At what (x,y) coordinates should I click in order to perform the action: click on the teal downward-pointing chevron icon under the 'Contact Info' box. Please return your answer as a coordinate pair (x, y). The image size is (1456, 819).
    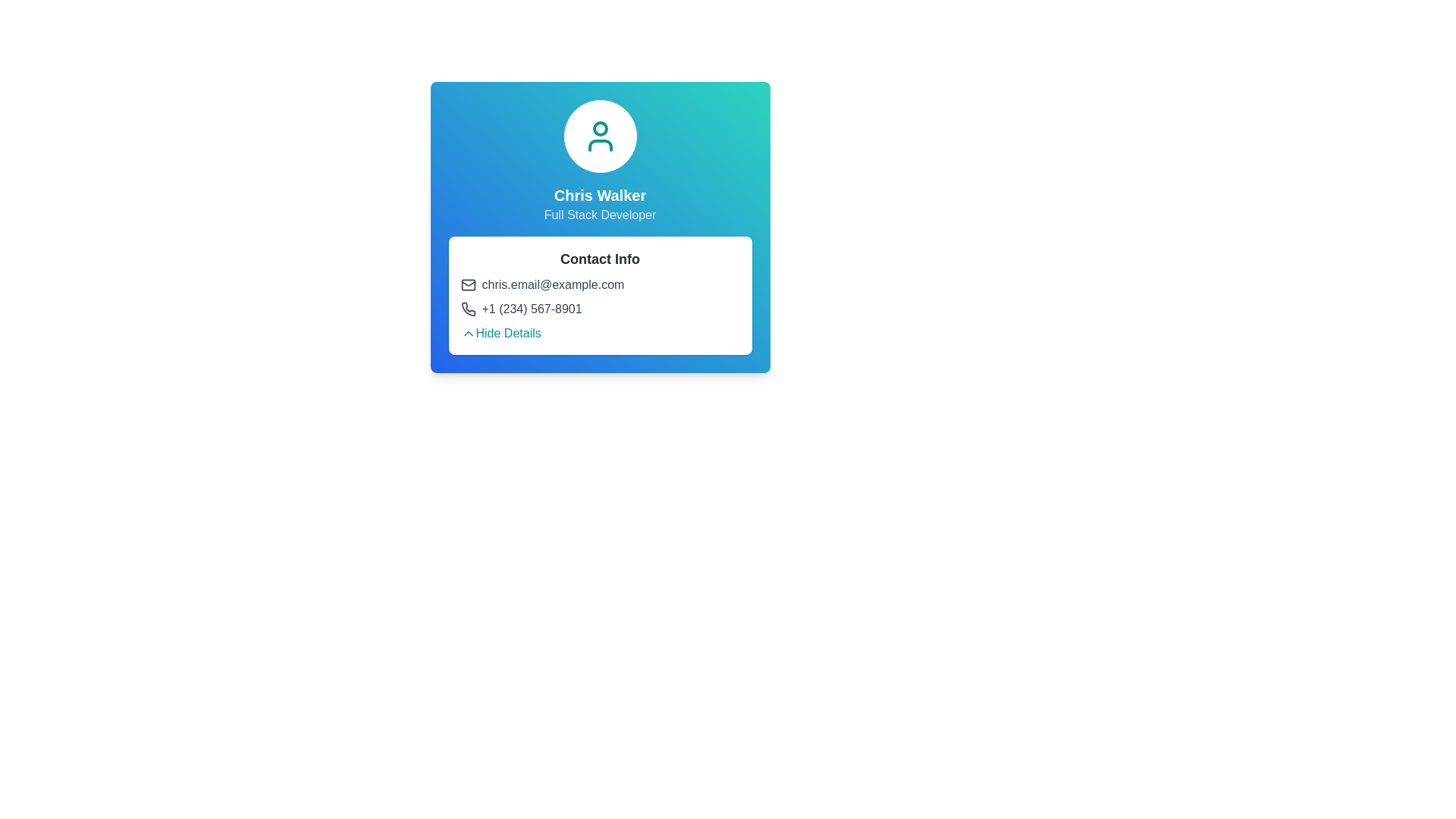
    Looking at the image, I should click on (467, 332).